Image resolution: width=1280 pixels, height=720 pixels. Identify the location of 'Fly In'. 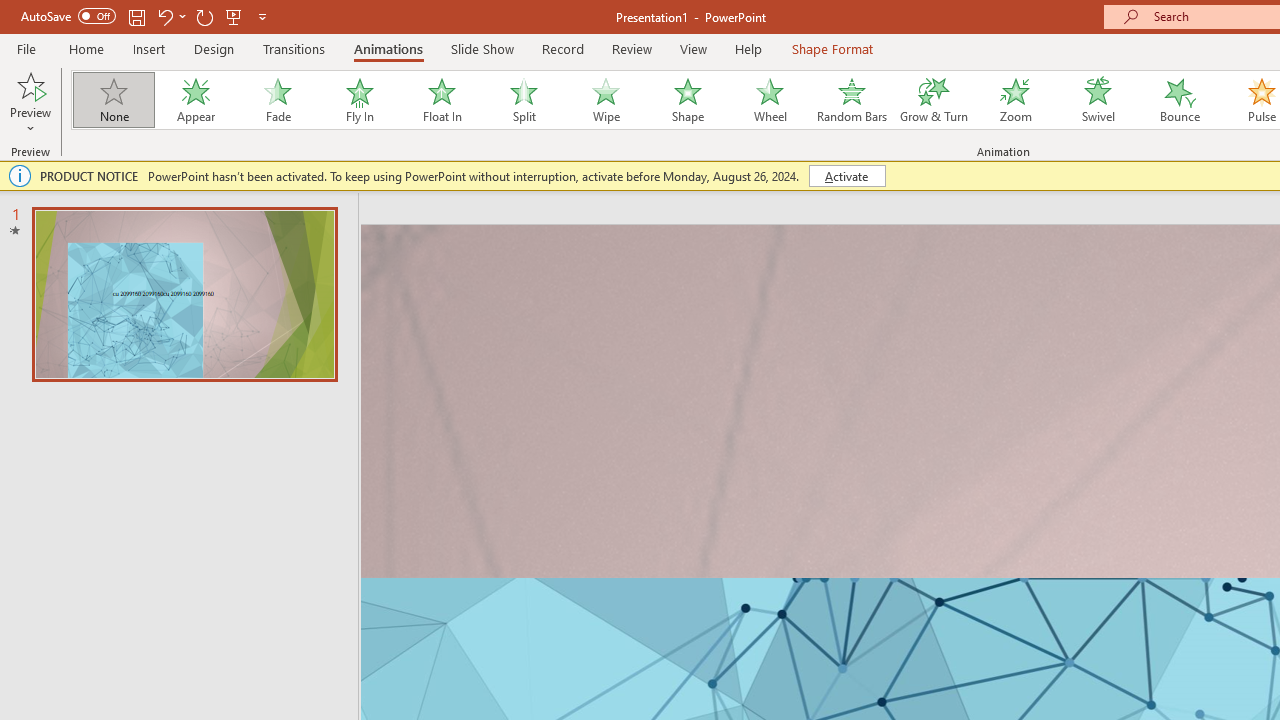
(359, 100).